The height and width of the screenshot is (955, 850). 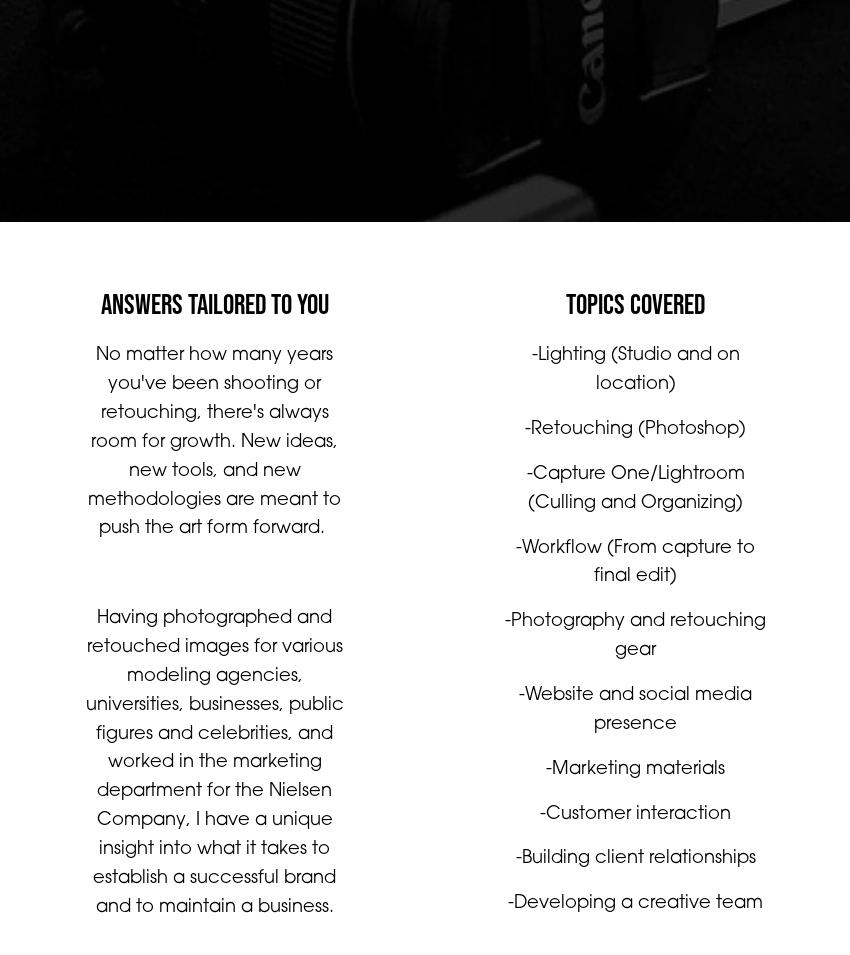 What do you see at coordinates (518, 729) in the screenshot?
I see `'-Website and social media presence'` at bounding box center [518, 729].